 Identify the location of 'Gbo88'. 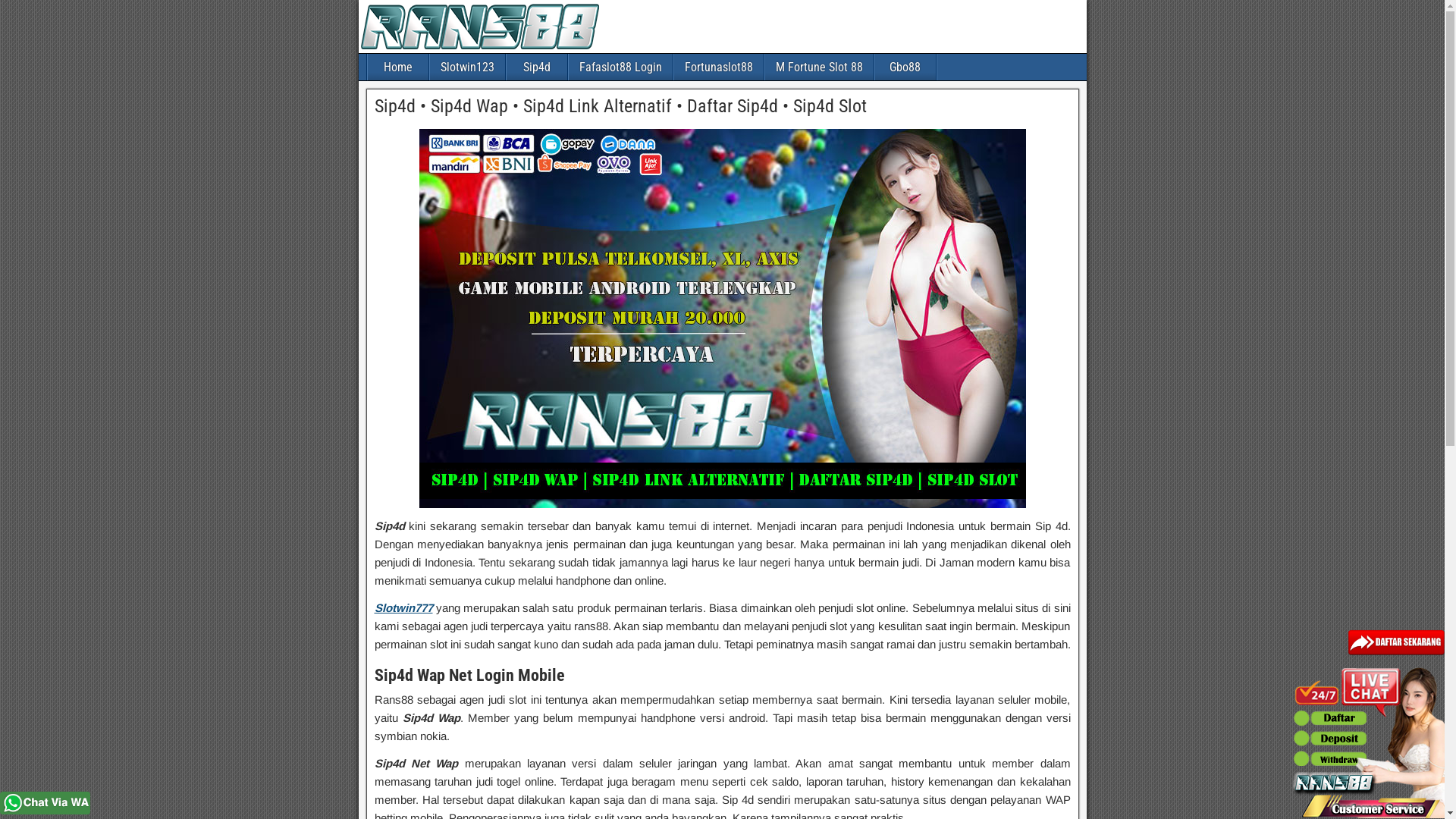
(874, 66).